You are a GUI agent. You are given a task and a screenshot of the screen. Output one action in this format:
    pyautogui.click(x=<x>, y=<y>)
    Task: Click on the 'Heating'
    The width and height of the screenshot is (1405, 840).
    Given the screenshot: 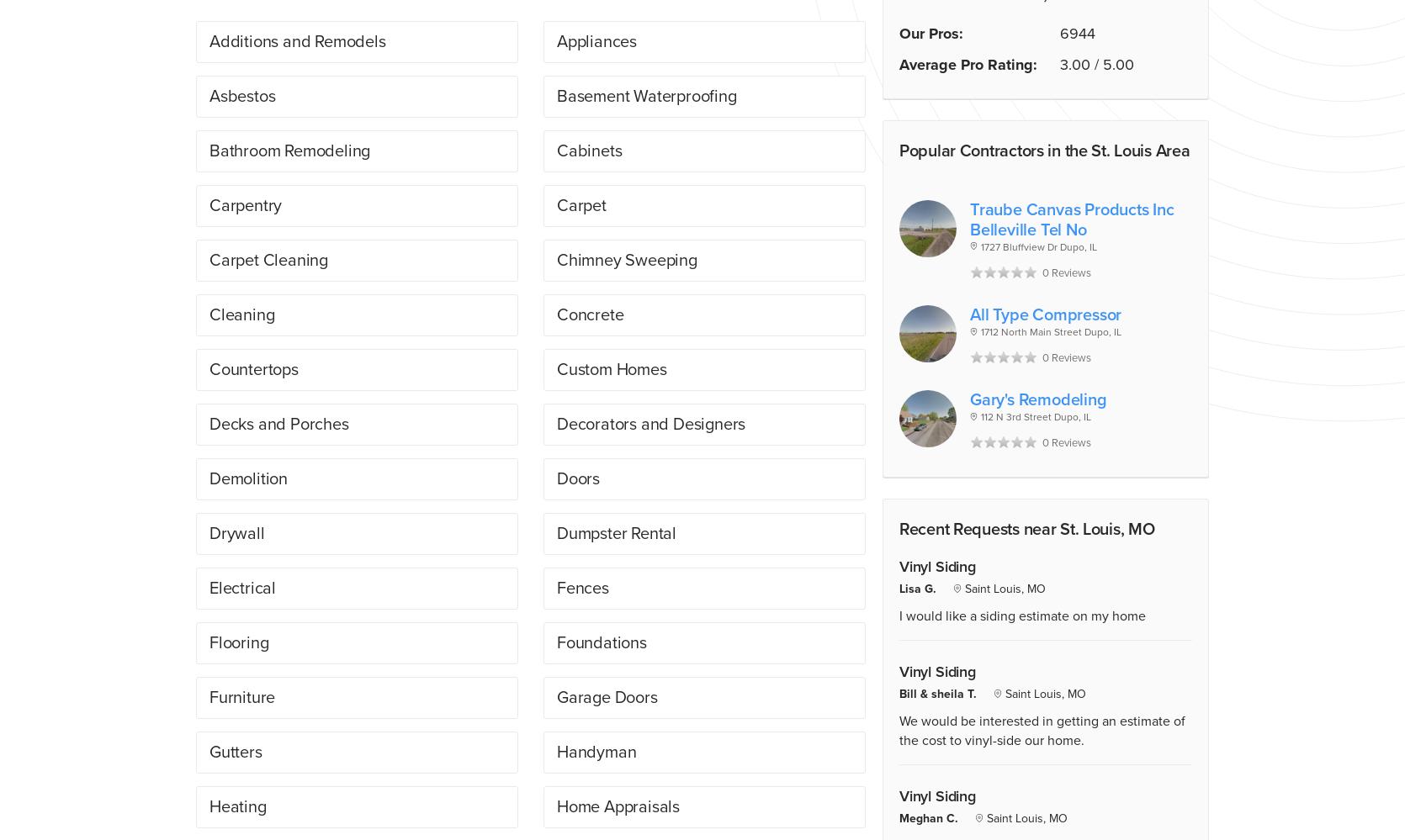 What is the action you would take?
    pyautogui.click(x=236, y=806)
    